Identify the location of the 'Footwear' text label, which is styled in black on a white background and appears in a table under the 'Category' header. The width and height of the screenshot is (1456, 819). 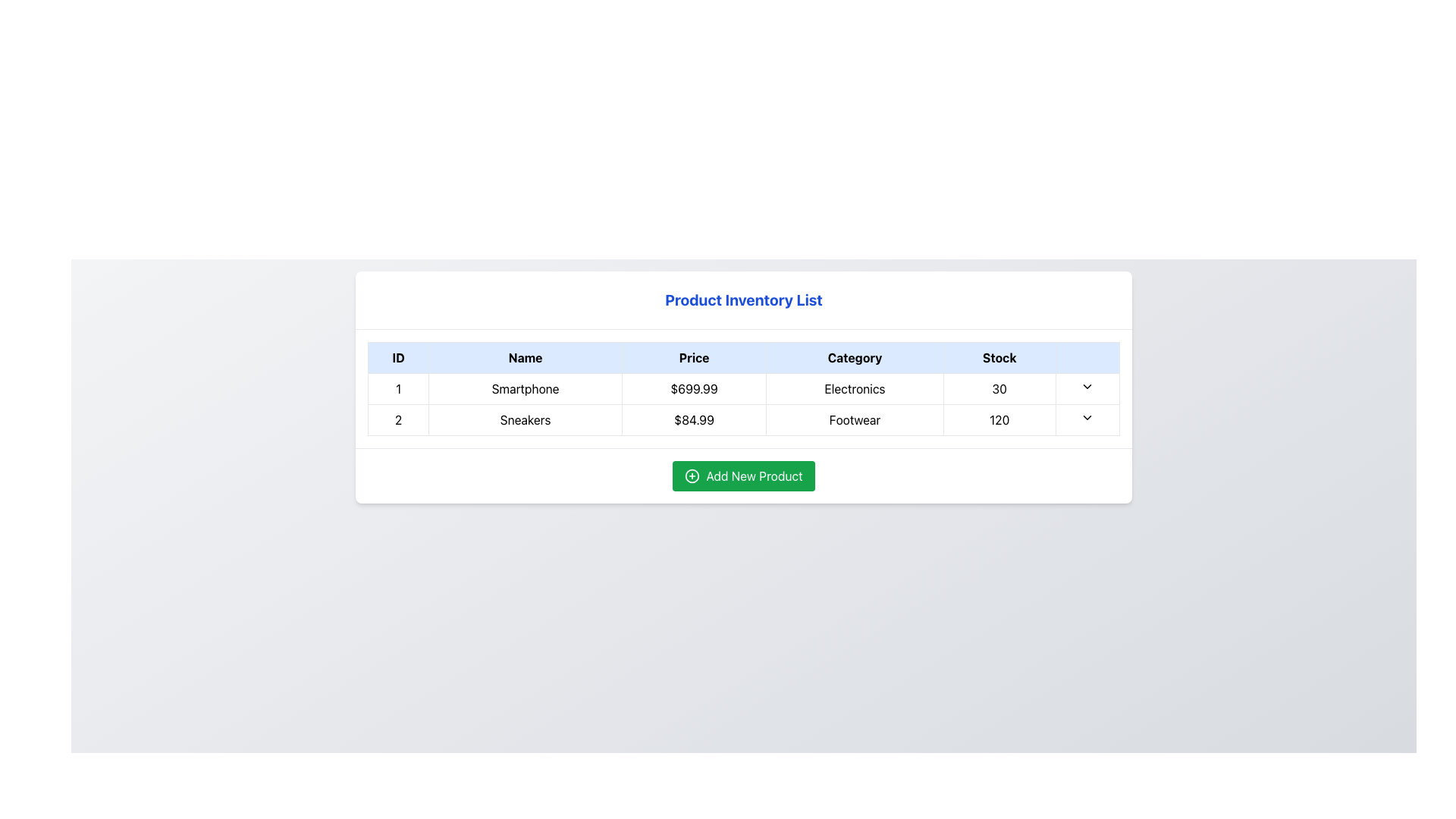
(855, 420).